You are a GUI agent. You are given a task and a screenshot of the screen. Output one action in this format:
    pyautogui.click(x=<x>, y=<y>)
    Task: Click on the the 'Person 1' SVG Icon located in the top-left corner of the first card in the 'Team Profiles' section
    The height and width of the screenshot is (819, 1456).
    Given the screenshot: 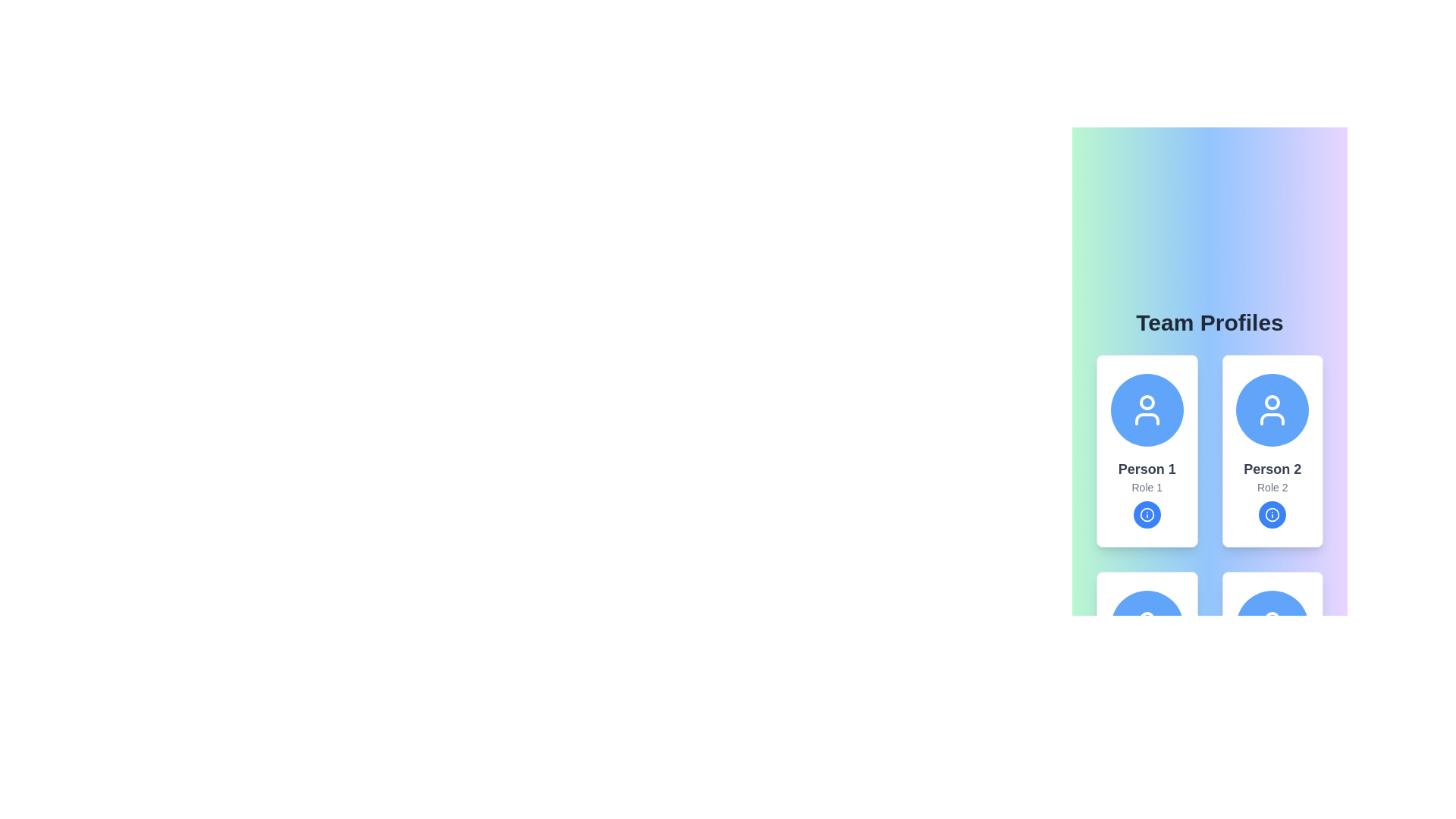 What is the action you would take?
    pyautogui.click(x=1147, y=409)
    